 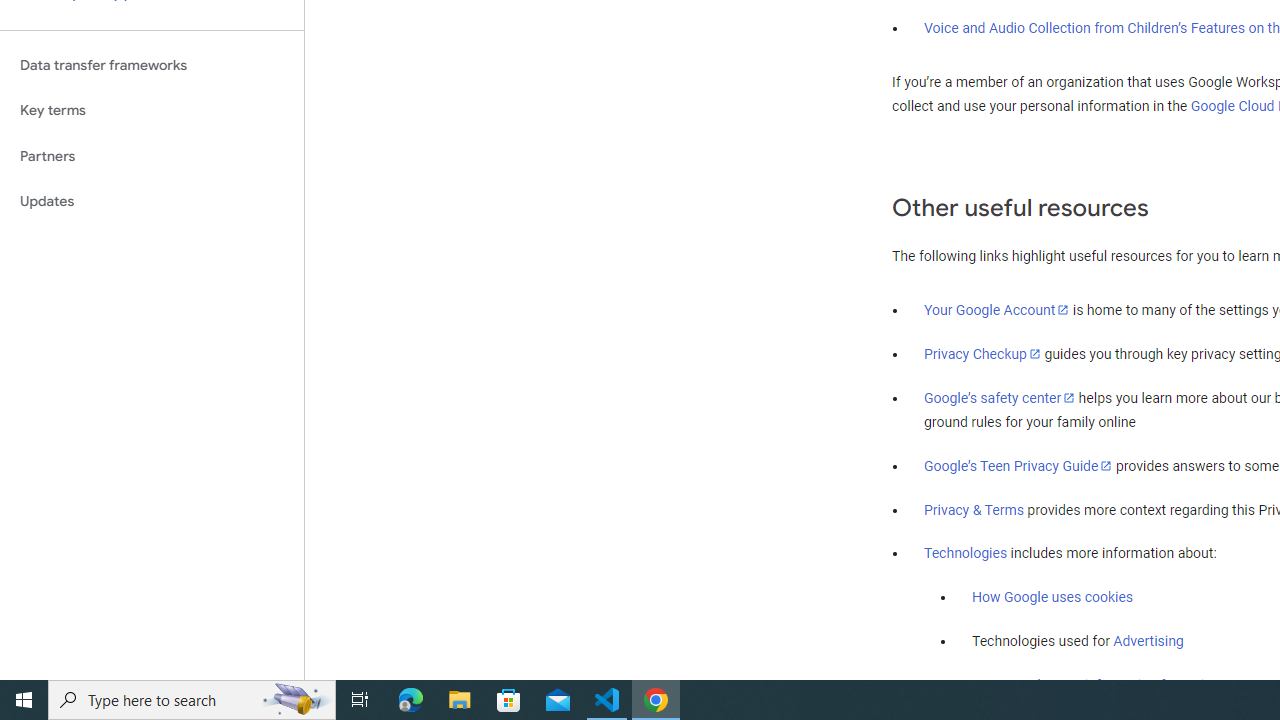 I want to click on 'Privacy Checkup', so click(x=982, y=352).